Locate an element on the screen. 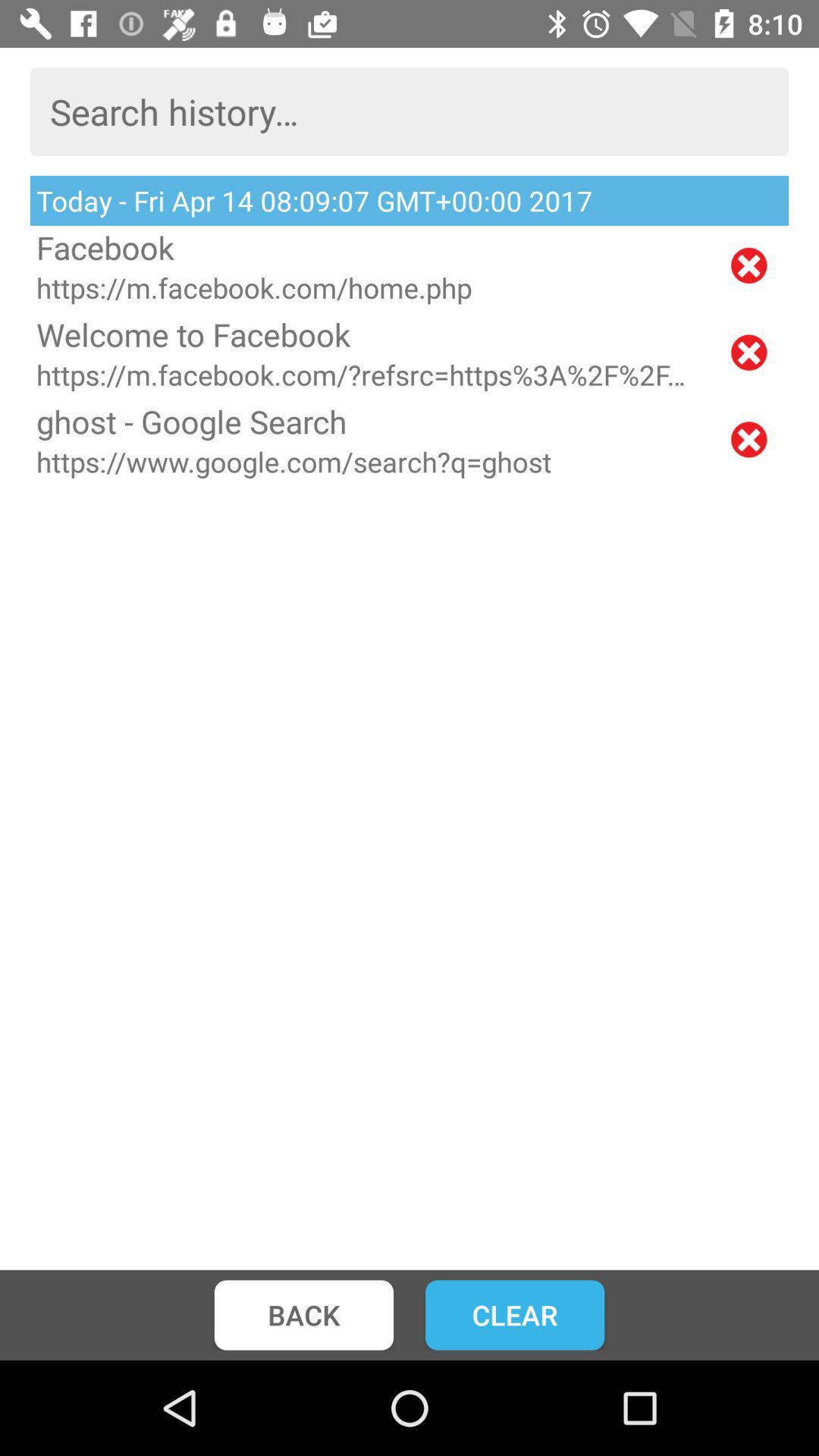 The image size is (819, 1456). icon to the left of clear is located at coordinates (303, 1314).